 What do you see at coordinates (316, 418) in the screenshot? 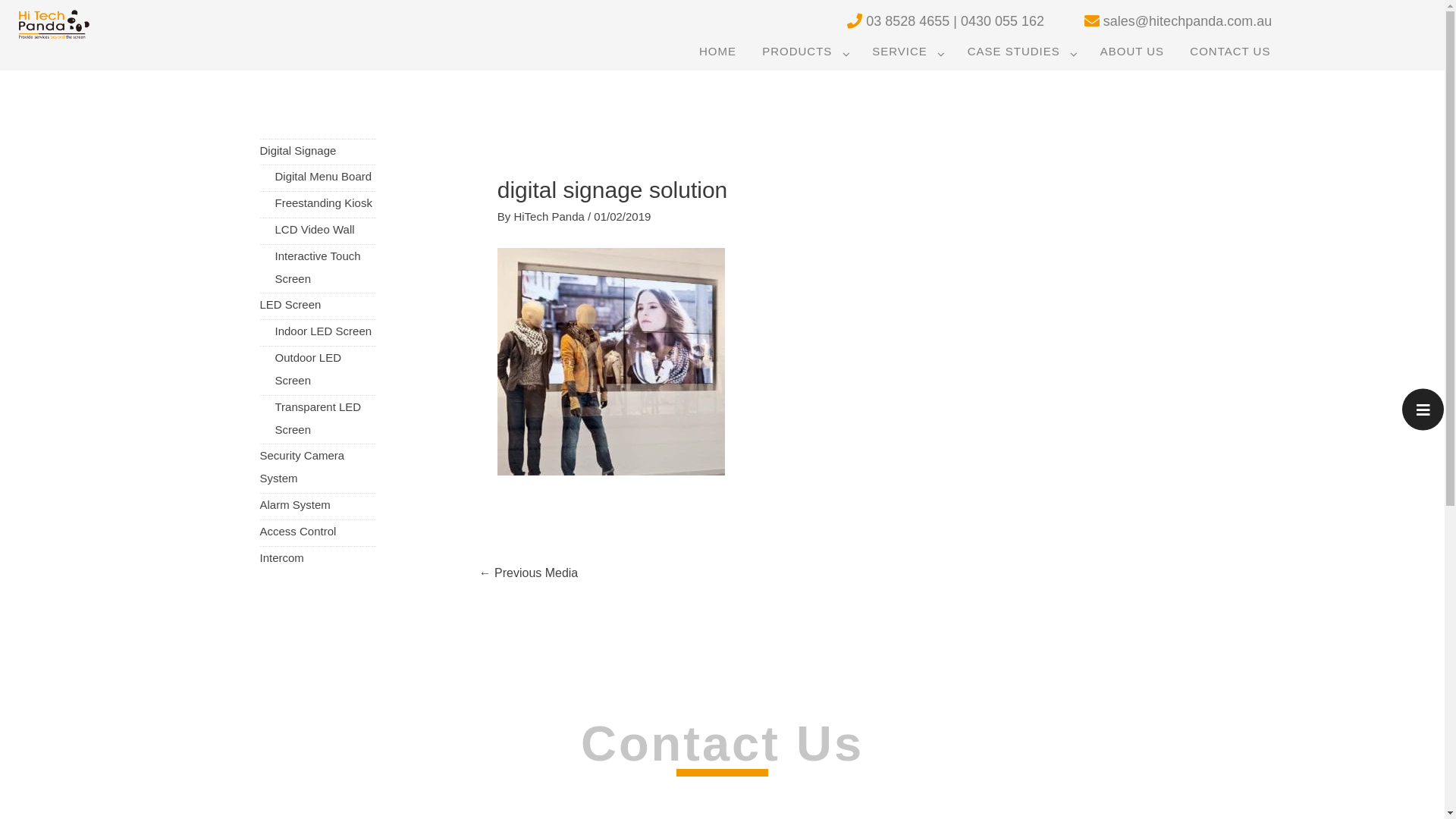
I see `'Transparent LED Screen'` at bounding box center [316, 418].